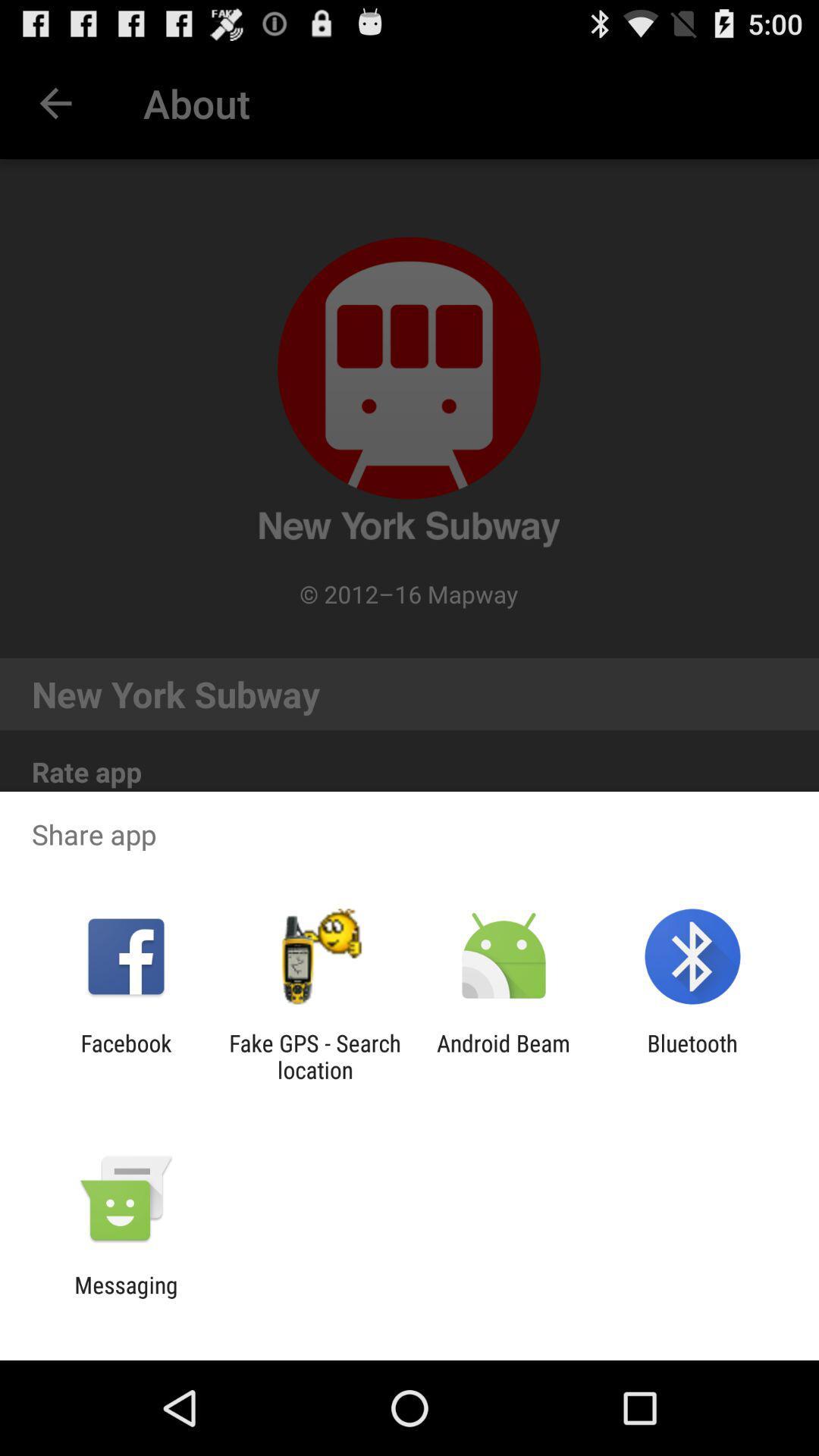 This screenshot has height=1456, width=819. I want to click on item to the left of the fake gps search, so click(125, 1056).